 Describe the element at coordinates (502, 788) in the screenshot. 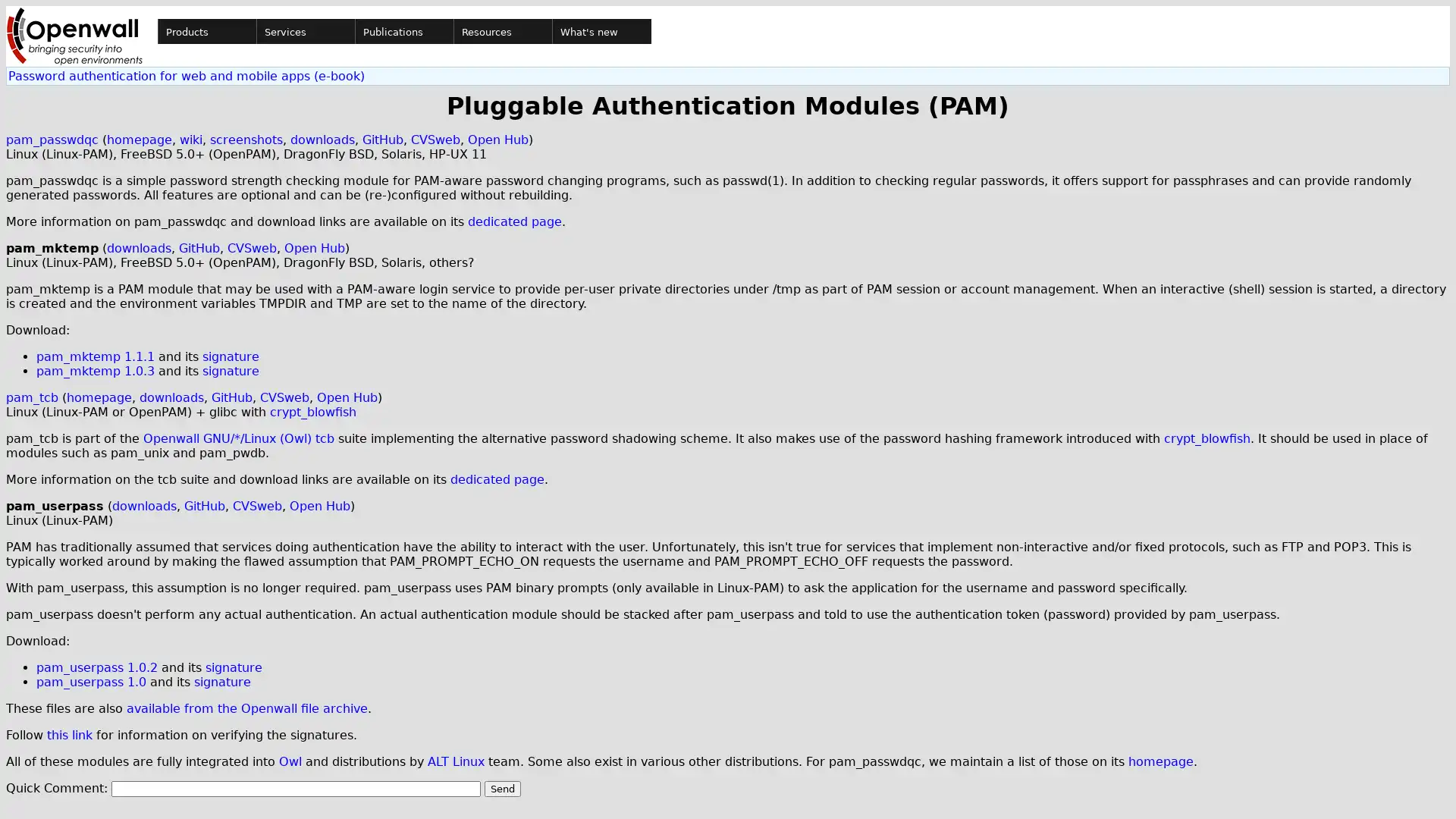

I see `Send` at that location.